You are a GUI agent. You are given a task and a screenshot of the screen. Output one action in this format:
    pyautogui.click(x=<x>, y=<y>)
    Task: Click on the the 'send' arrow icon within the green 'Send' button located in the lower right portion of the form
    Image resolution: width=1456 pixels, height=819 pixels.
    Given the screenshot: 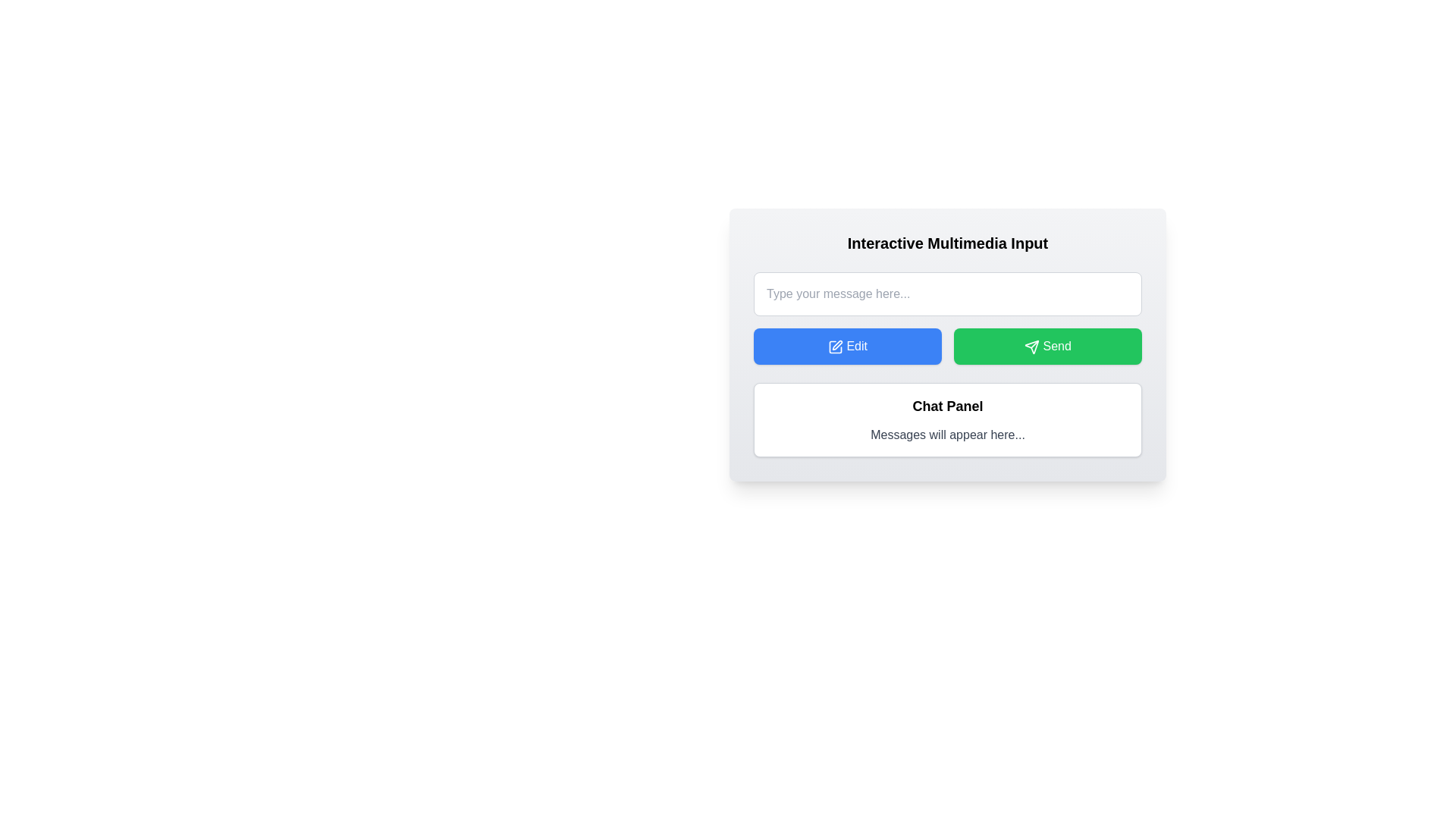 What is the action you would take?
    pyautogui.click(x=1031, y=347)
    